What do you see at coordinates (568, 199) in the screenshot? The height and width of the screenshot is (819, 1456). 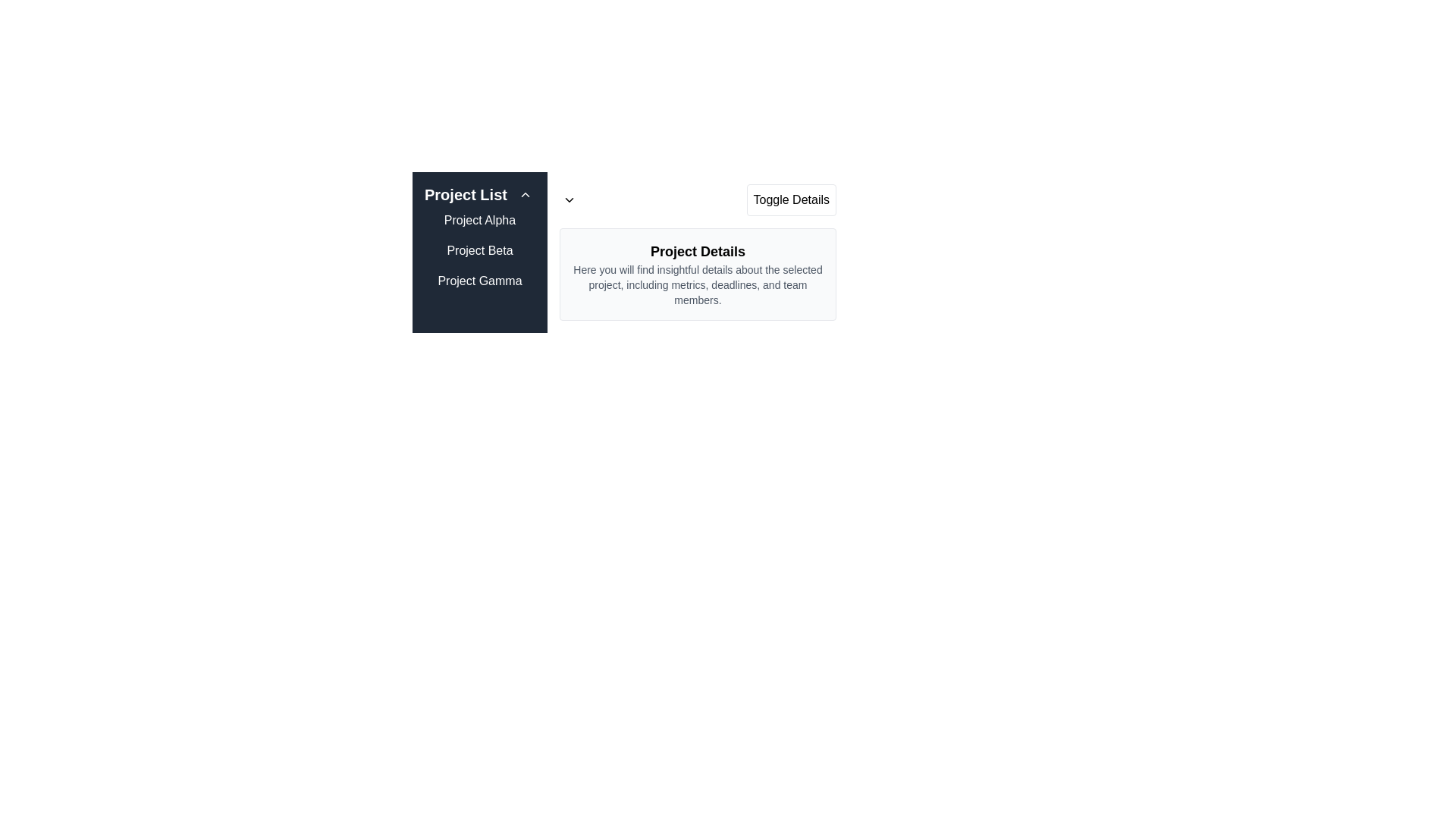 I see `the chevron icon` at bounding box center [568, 199].